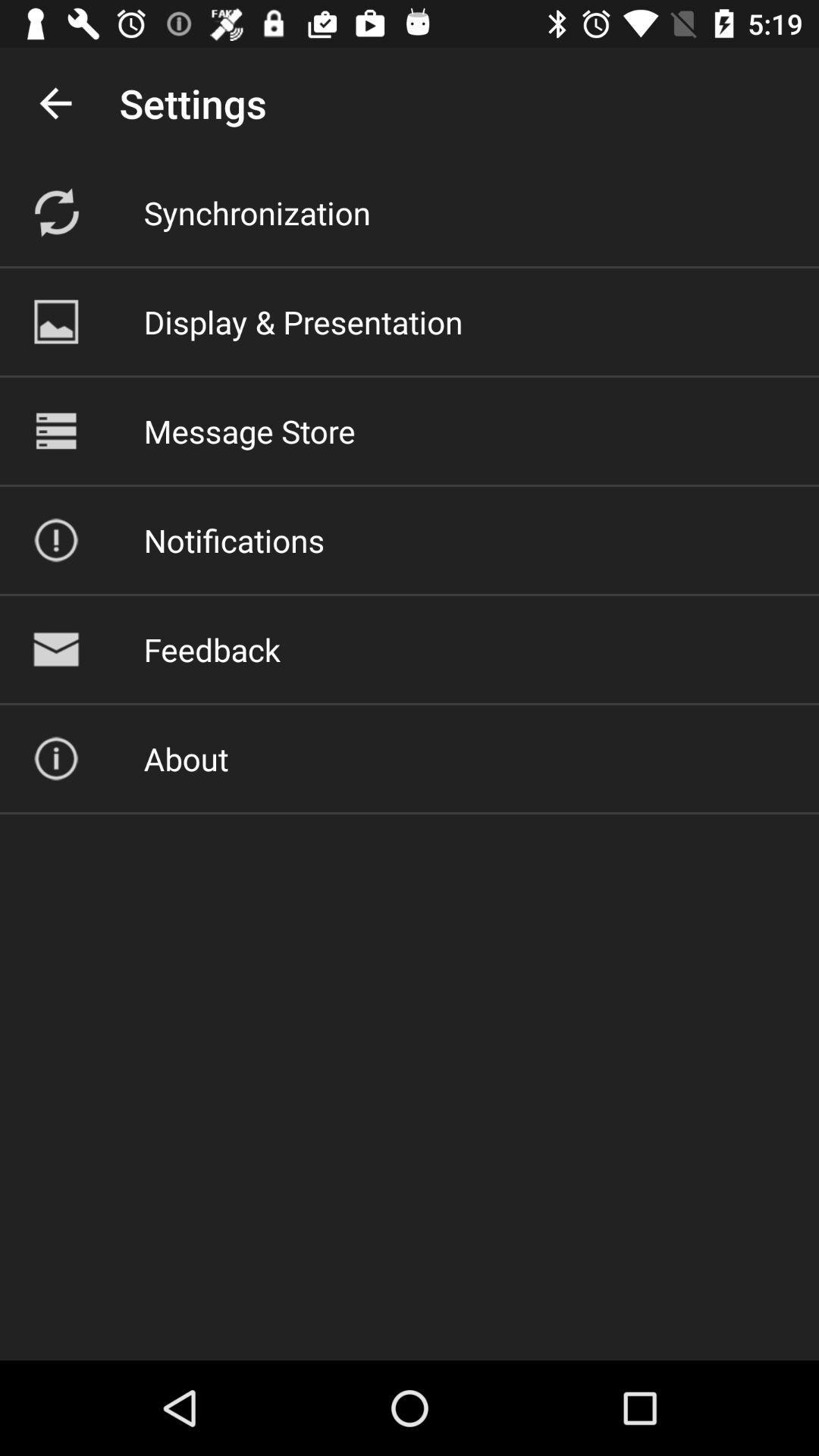 The image size is (819, 1456). I want to click on item below the notifications item, so click(212, 649).